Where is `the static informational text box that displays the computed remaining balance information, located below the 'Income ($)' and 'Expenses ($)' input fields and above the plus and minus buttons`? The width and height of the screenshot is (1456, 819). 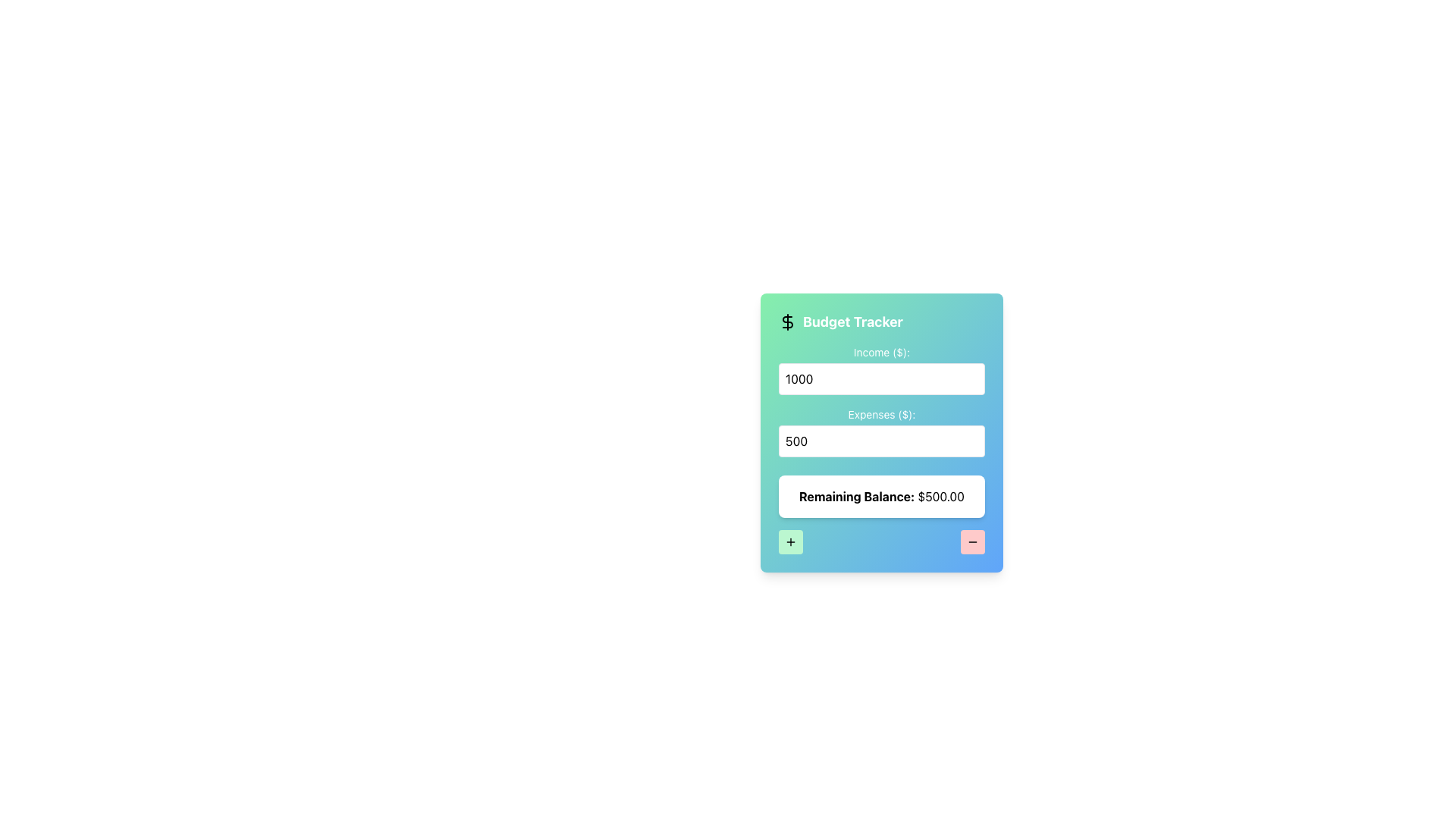 the static informational text box that displays the computed remaining balance information, located below the 'Income ($)' and 'Expenses ($)' input fields and above the plus and minus buttons is located at coordinates (881, 497).